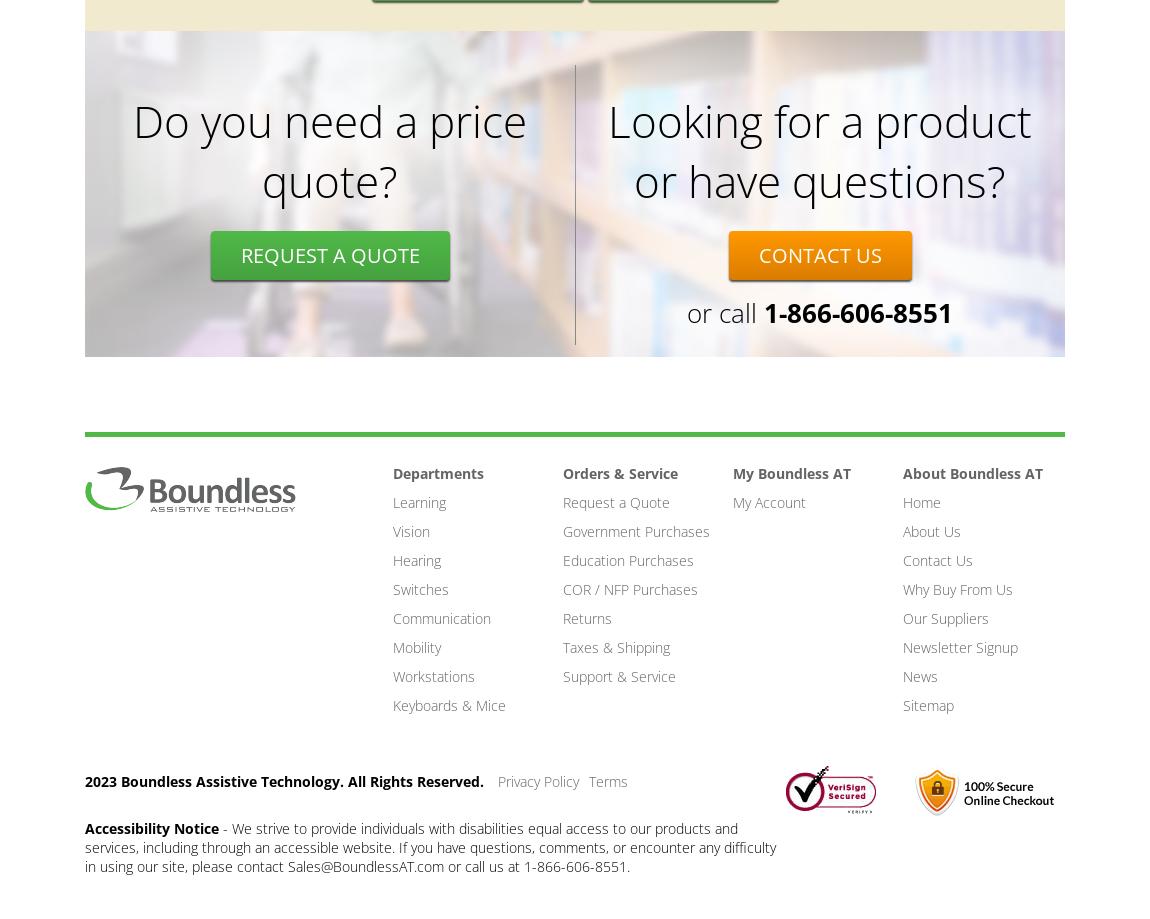  I want to click on 'Returns', so click(586, 618).